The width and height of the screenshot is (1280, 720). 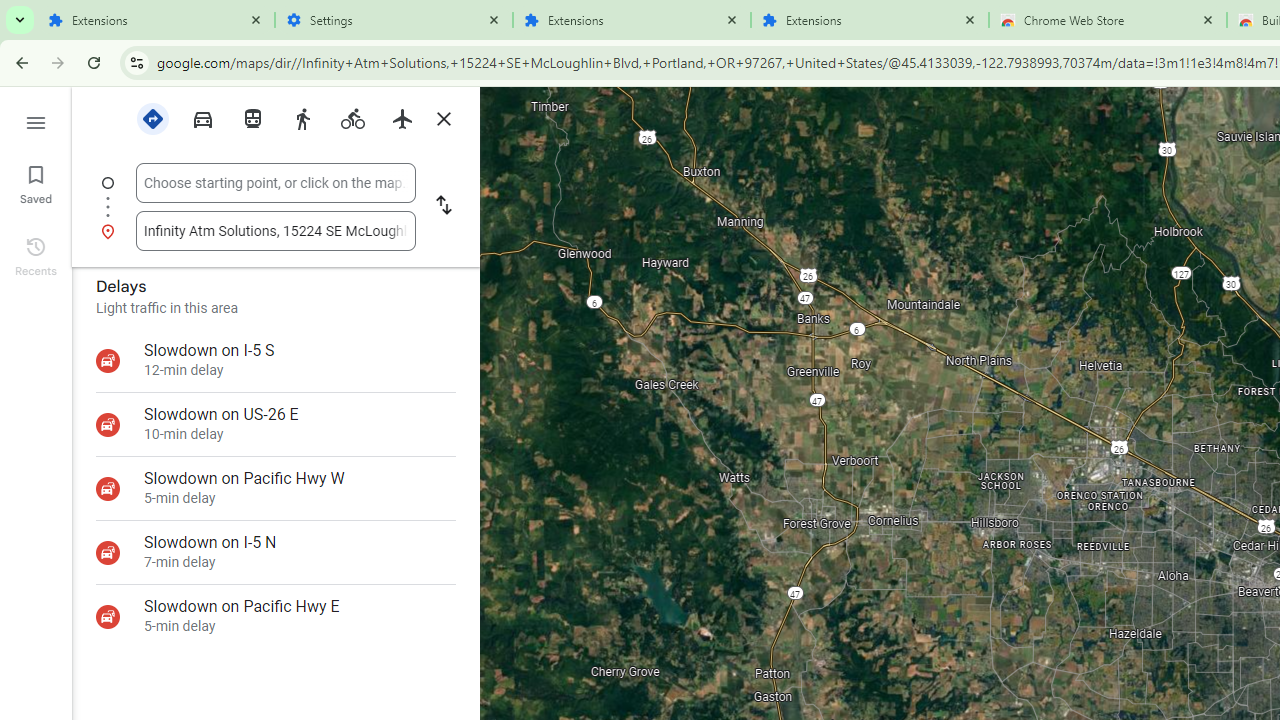 I want to click on 'Driving', so click(x=202, y=117).